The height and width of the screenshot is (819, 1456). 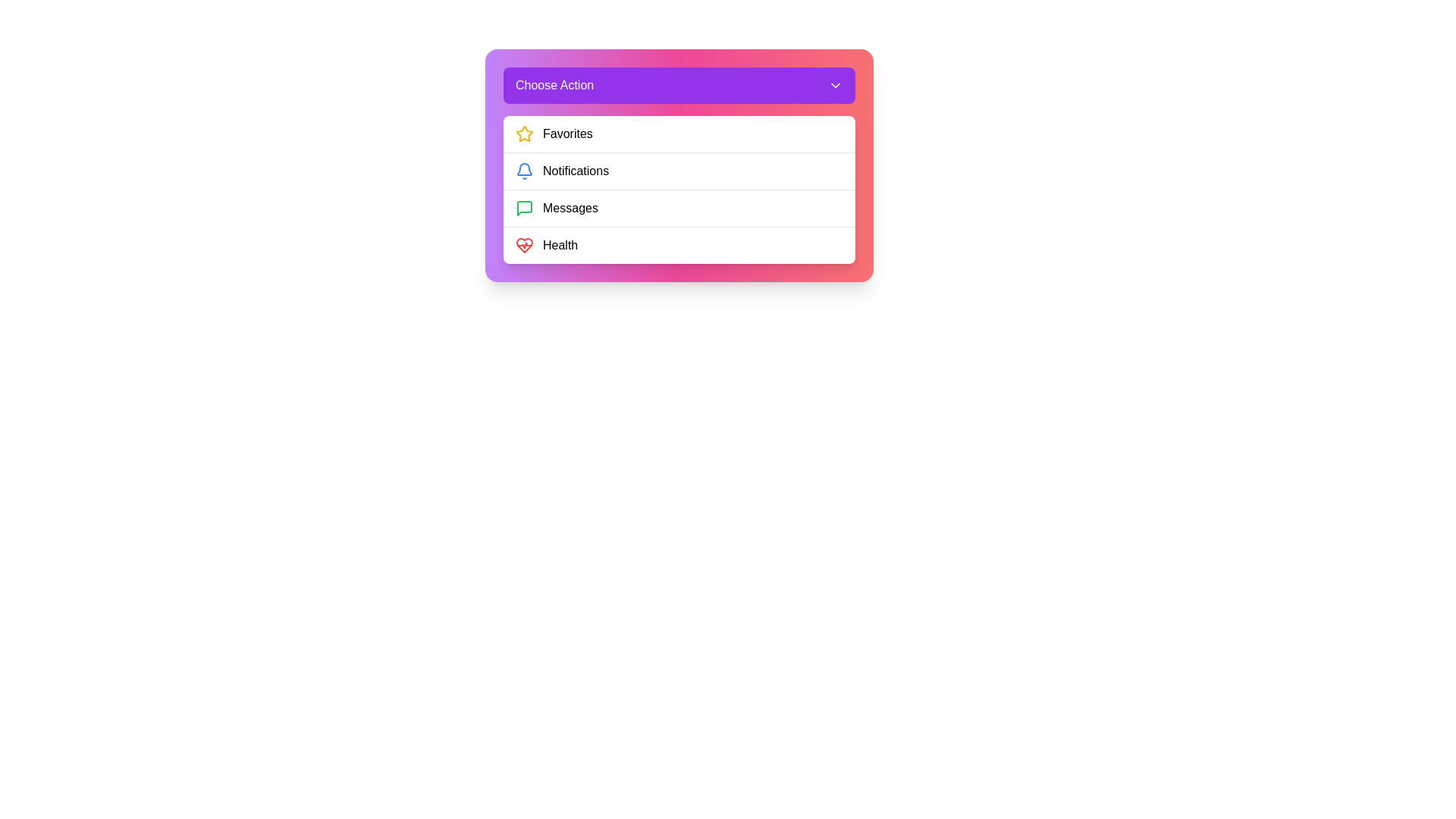 What do you see at coordinates (835, 85) in the screenshot?
I see `the chevron icon located at the right end of the 'Choose Action' purple bar` at bounding box center [835, 85].